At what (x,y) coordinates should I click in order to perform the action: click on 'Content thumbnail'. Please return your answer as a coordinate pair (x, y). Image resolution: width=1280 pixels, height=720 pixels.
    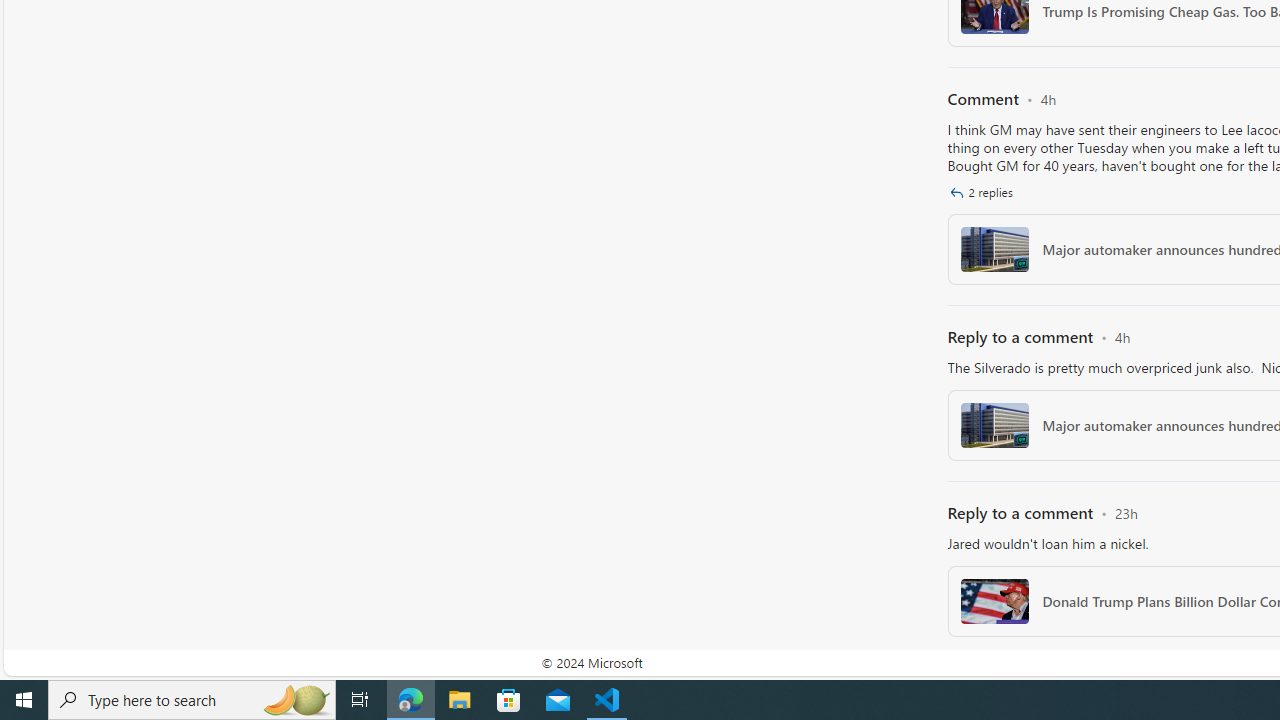
    Looking at the image, I should click on (994, 600).